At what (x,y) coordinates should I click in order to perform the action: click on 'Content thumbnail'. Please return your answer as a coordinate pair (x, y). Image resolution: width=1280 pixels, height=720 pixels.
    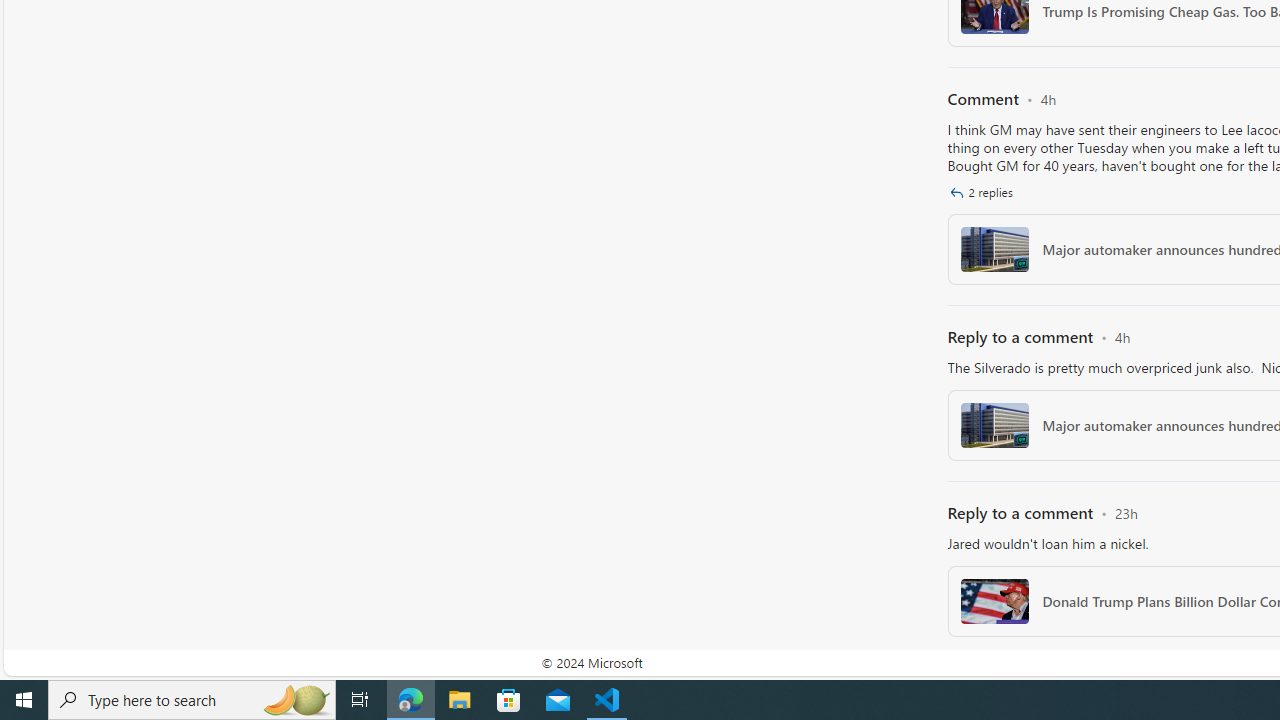
    Looking at the image, I should click on (994, 600).